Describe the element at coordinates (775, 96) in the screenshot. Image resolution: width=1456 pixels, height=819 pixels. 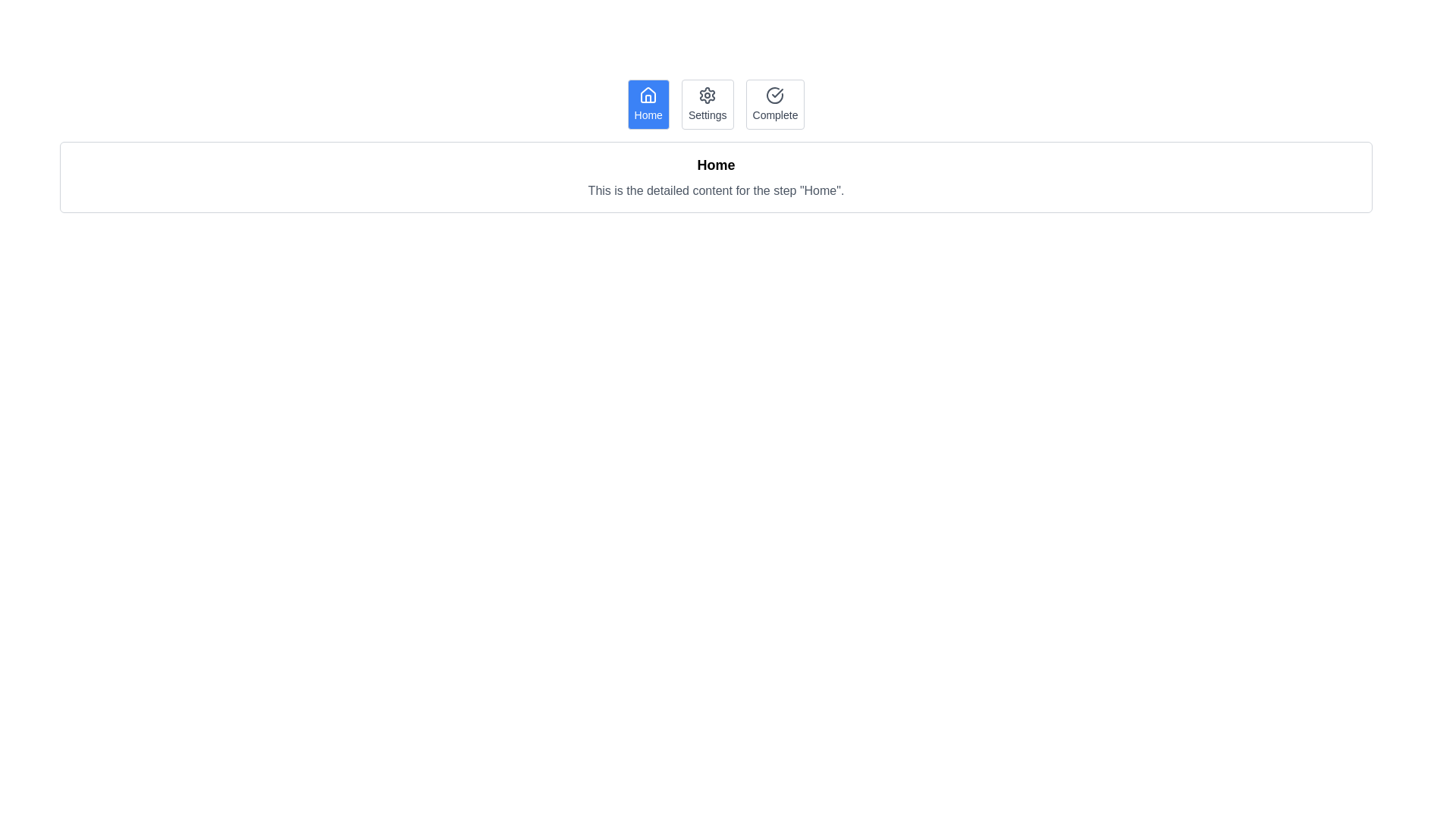
I see `the circular gray check icon located in the upper portion of the 'Complete' menu option` at that location.